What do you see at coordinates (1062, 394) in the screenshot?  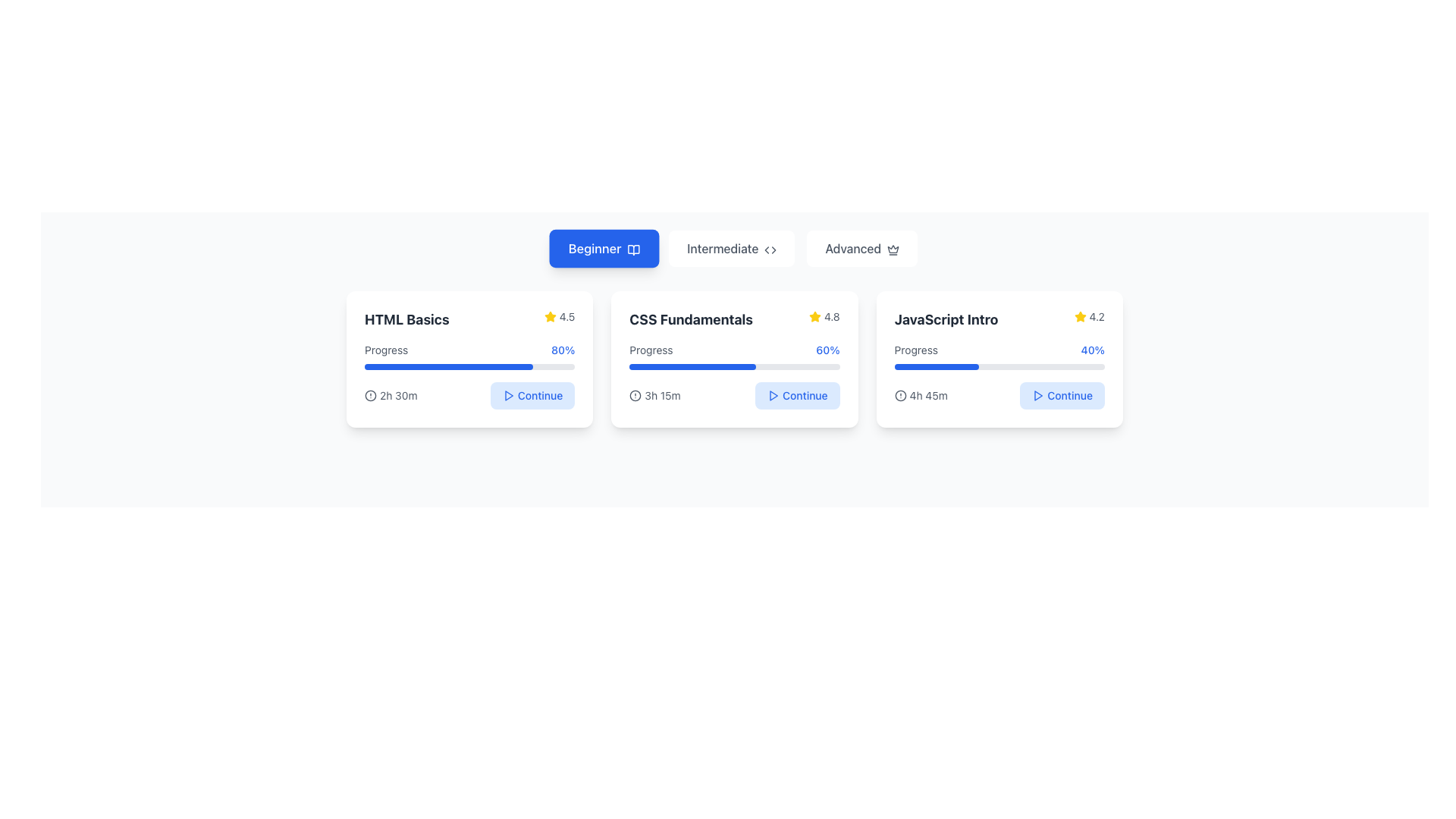 I see `the button located at the bottom-right of the 'JavaScript Intro' course card to trigger visual effects` at bounding box center [1062, 394].